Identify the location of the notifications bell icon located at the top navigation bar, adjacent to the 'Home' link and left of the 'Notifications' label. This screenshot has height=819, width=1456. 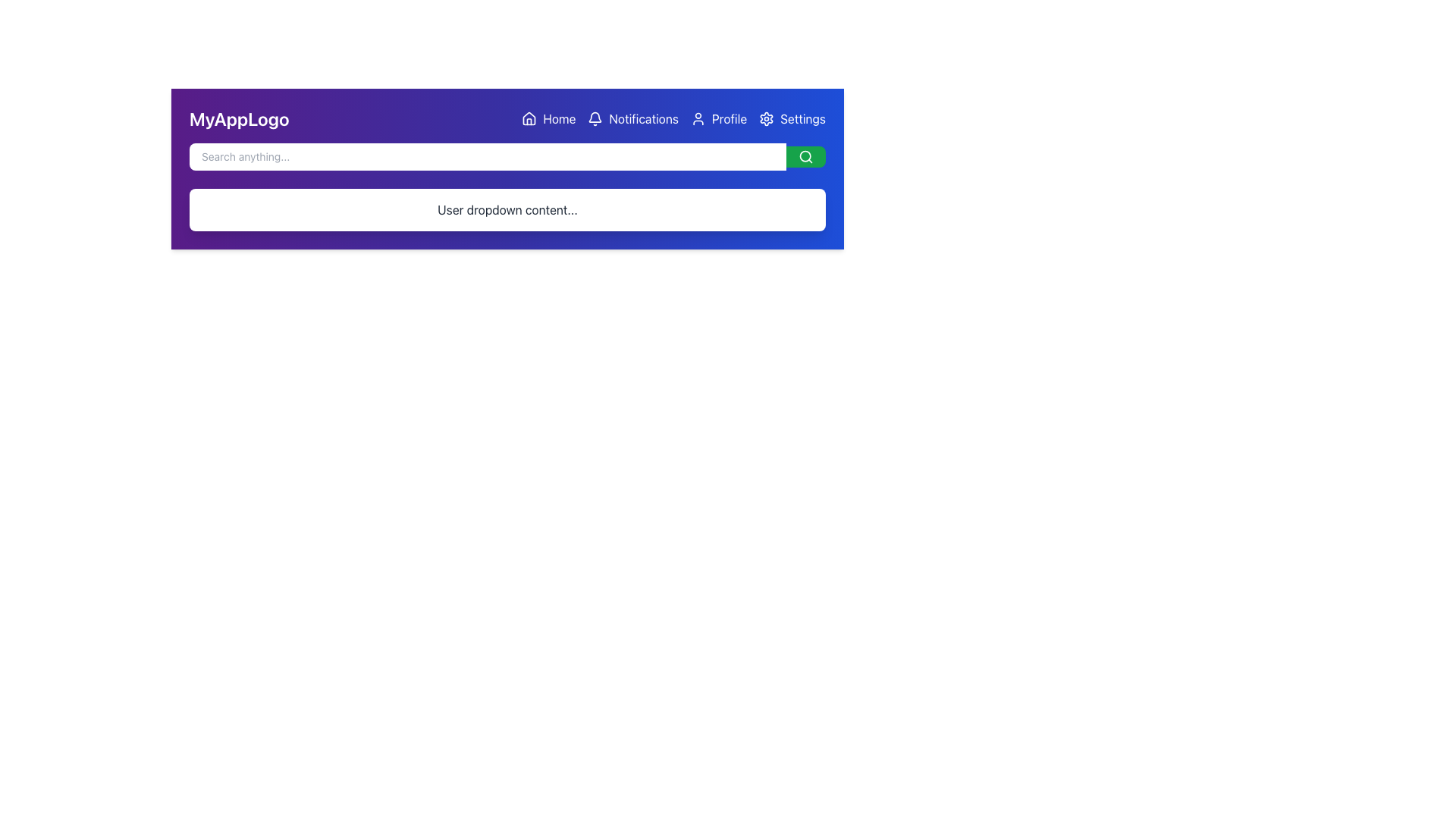
(595, 118).